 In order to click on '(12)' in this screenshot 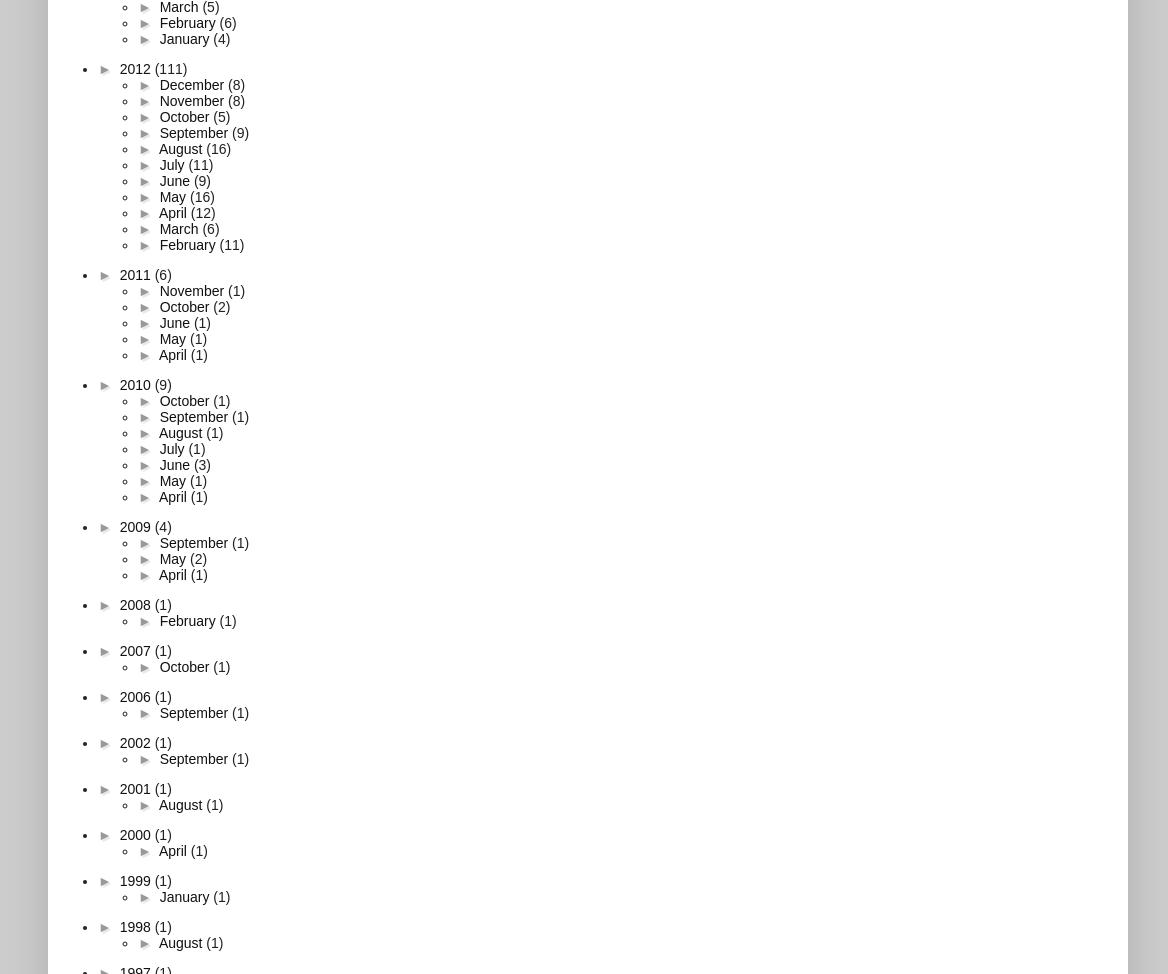, I will do `click(202, 212)`.